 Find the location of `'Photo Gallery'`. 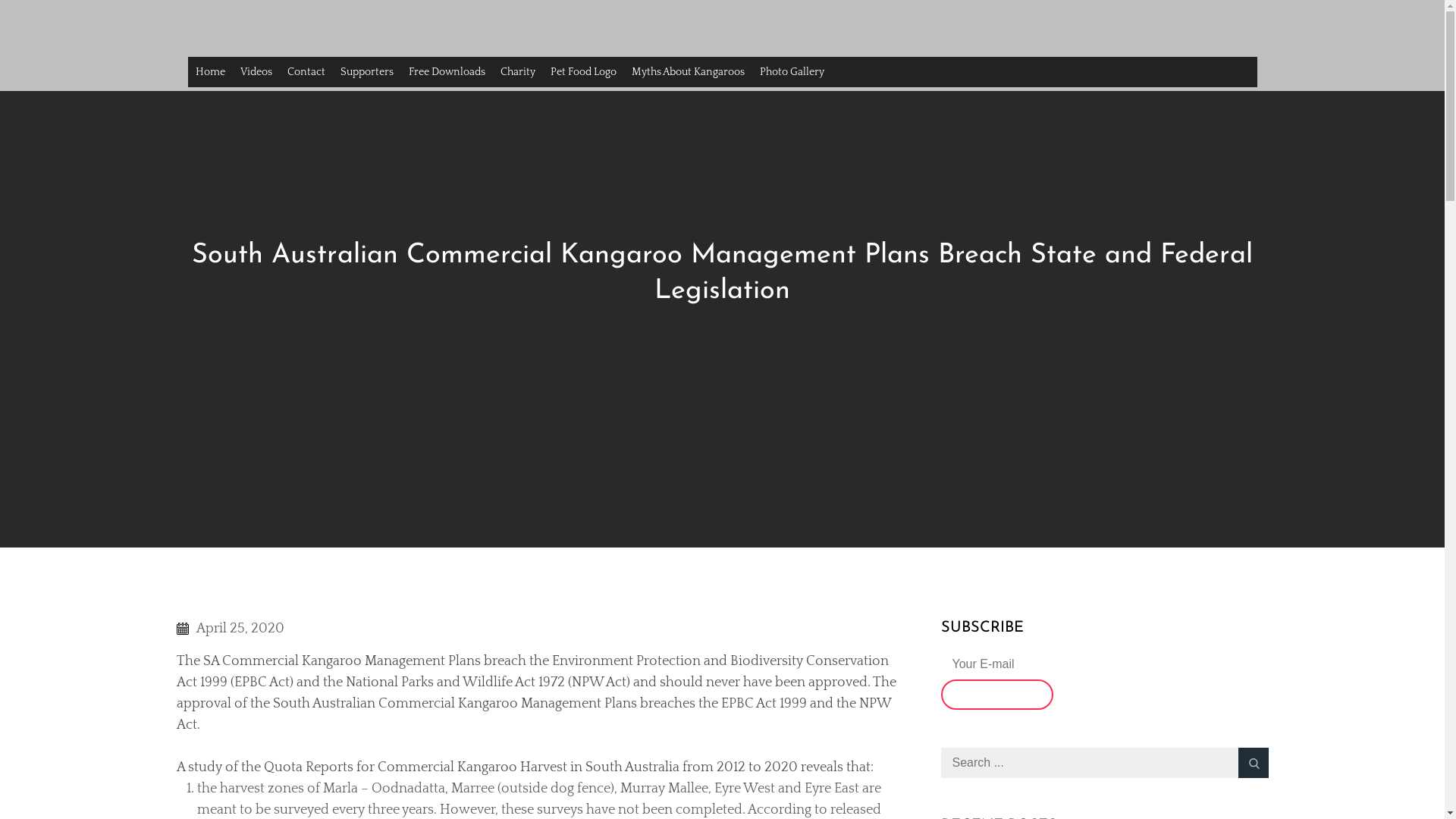

'Photo Gallery' is located at coordinates (791, 72).